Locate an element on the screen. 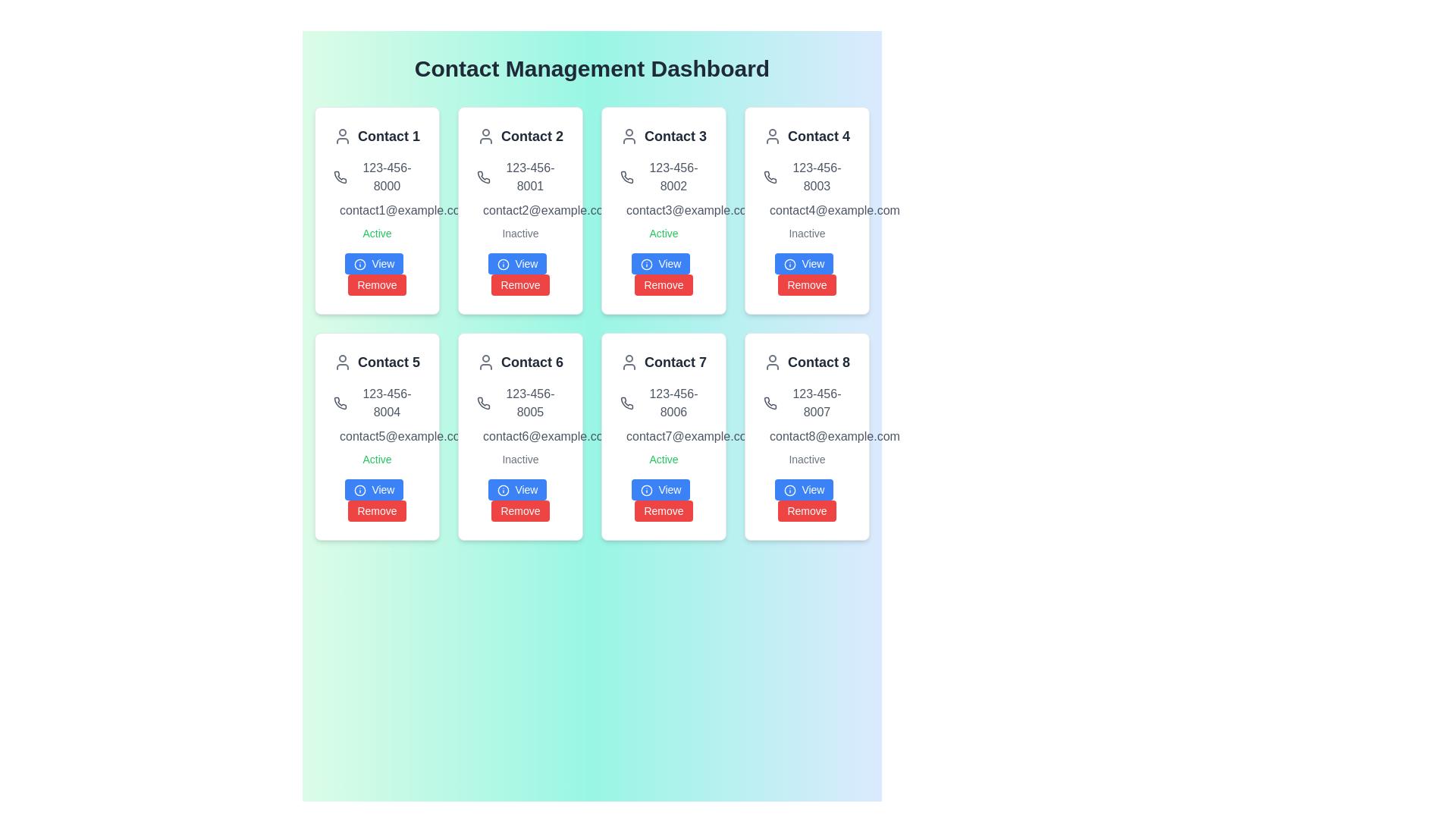 Image resolution: width=1456 pixels, height=819 pixels. the second interactive card in the Contact Management Dashboard is located at coordinates (520, 210).